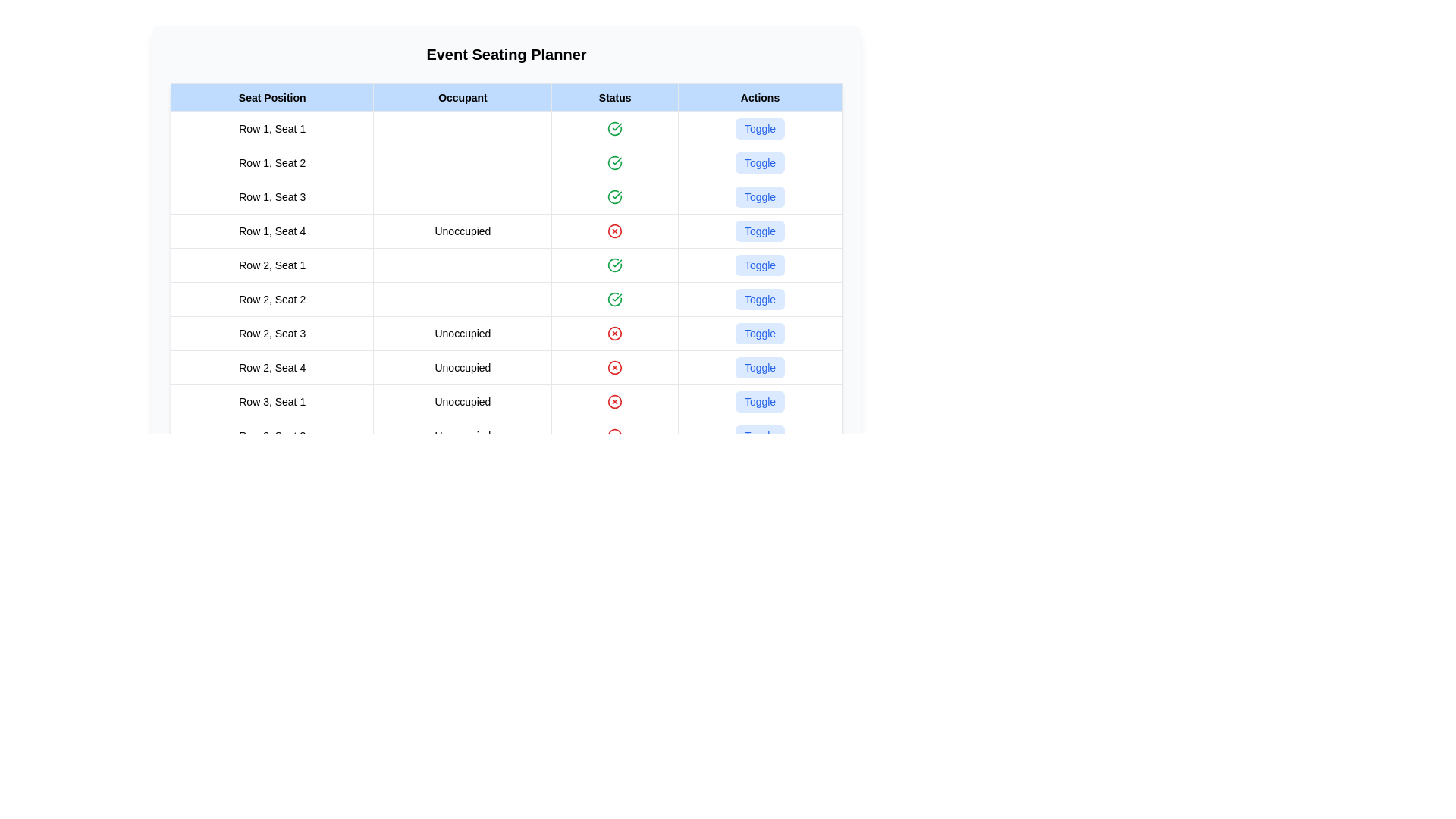  Describe the element at coordinates (462, 163) in the screenshot. I see `the non-interactive table cell located in the Occupant column for Row 1, Seat 2, which is a plain rectangular area with a white background and no visible content` at that location.